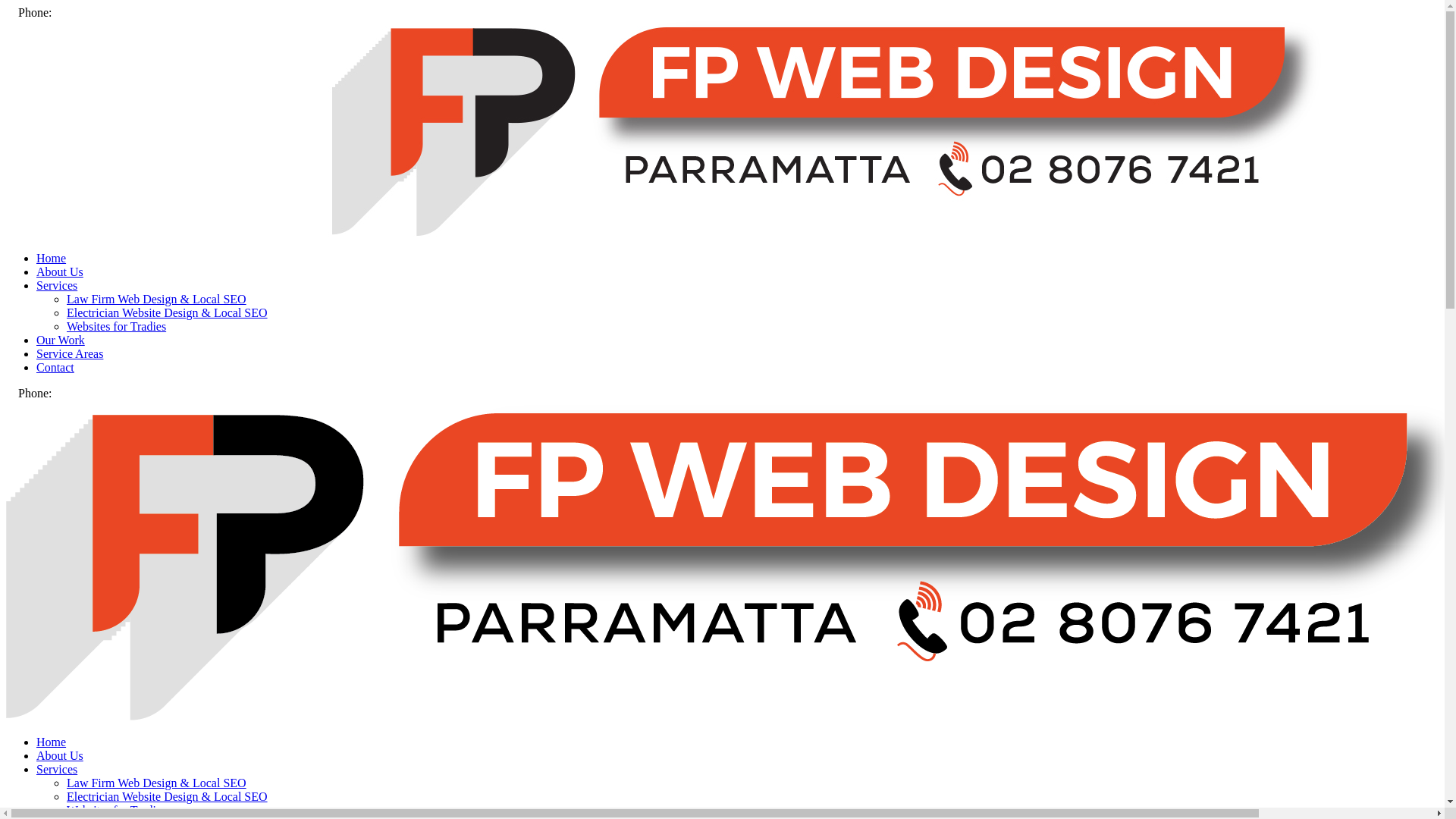  Describe the element at coordinates (61, 339) in the screenshot. I see `'Our Work'` at that location.